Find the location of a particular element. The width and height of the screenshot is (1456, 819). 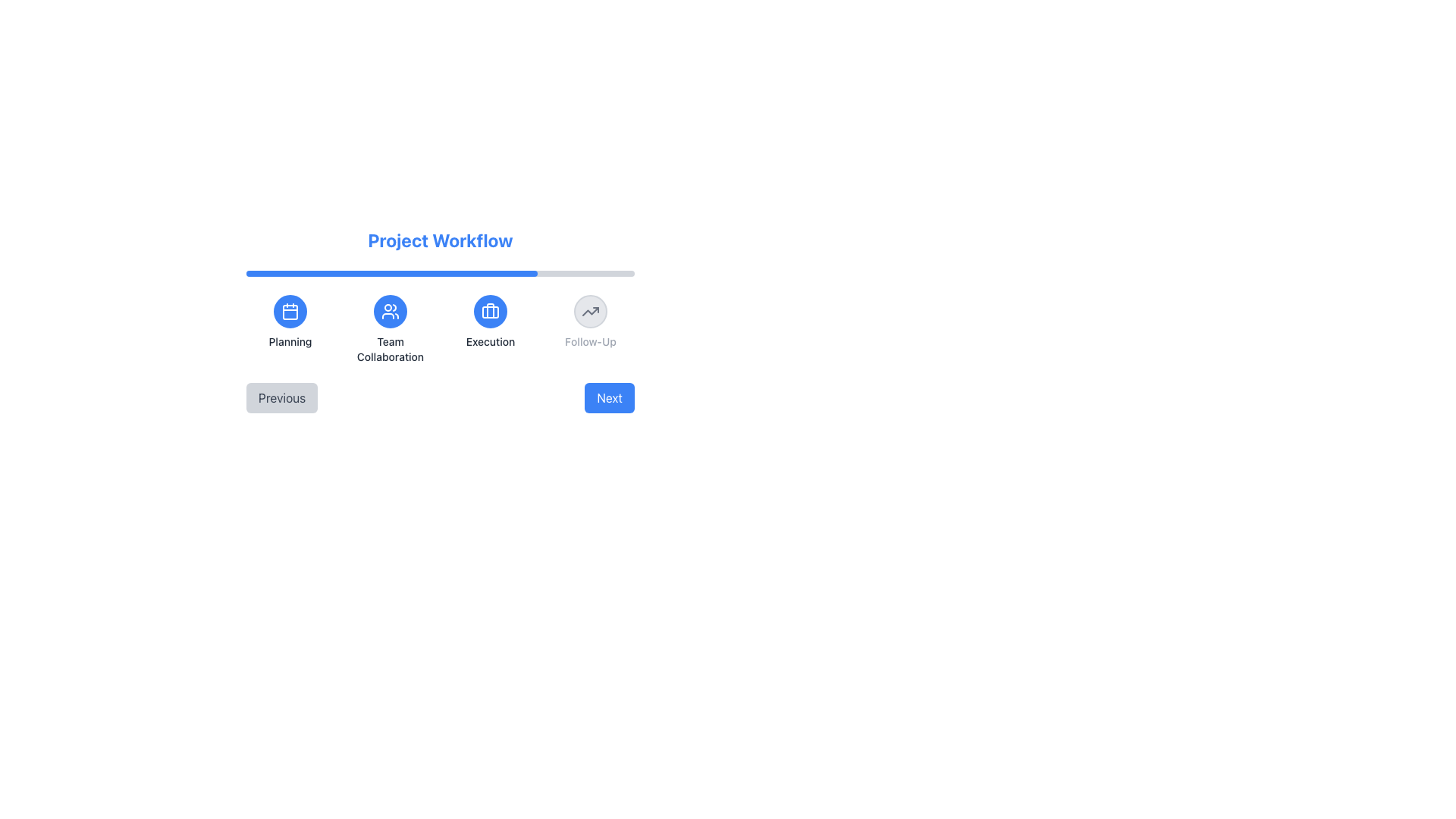

the 'Execution' icon, which is the third icon from the left in a horizontal sequence of four icons representing different phases of a project workflow is located at coordinates (491, 311).